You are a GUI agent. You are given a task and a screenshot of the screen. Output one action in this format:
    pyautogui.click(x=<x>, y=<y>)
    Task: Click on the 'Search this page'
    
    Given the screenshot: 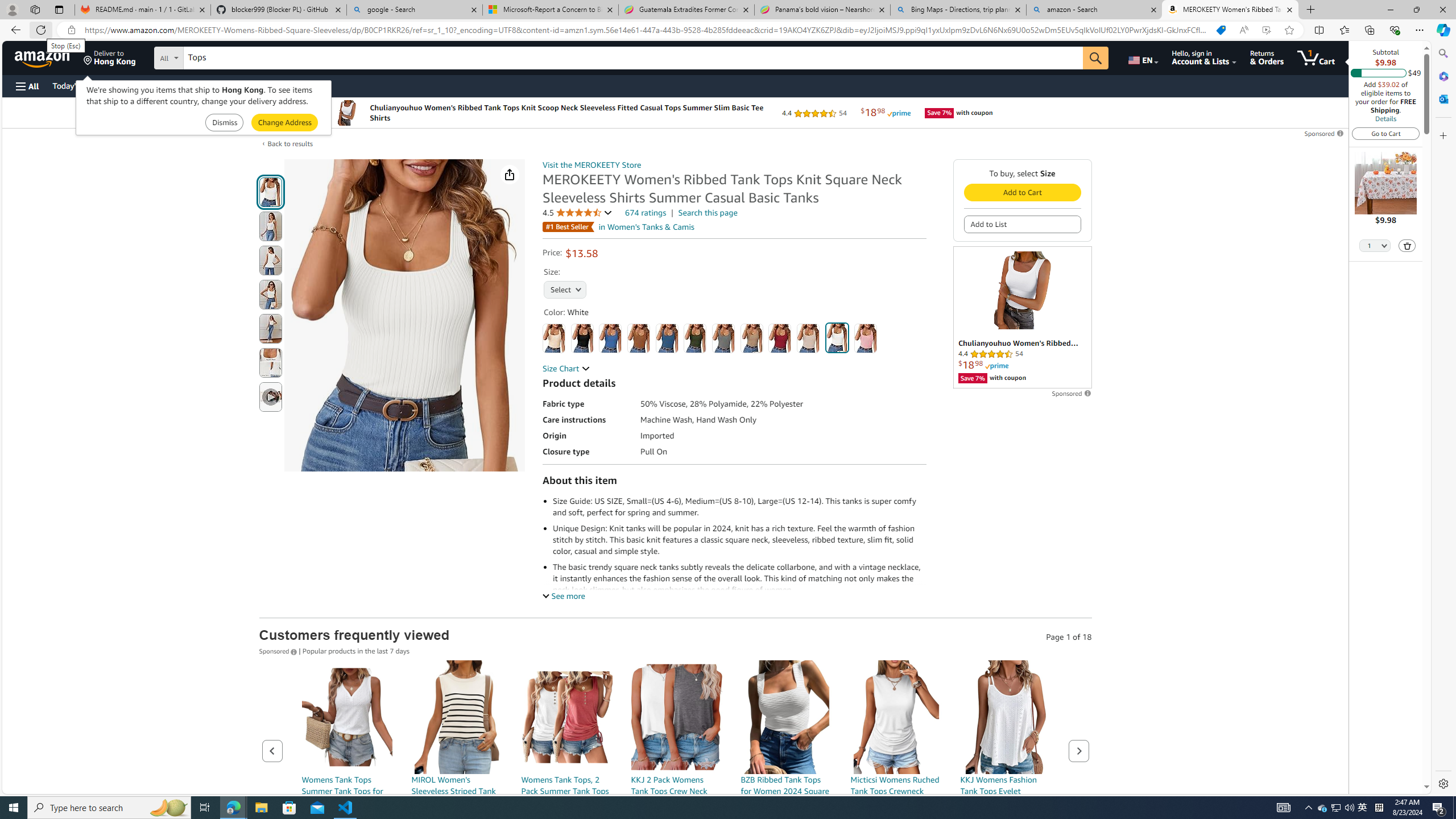 What is the action you would take?
    pyautogui.click(x=708, y=213)
    